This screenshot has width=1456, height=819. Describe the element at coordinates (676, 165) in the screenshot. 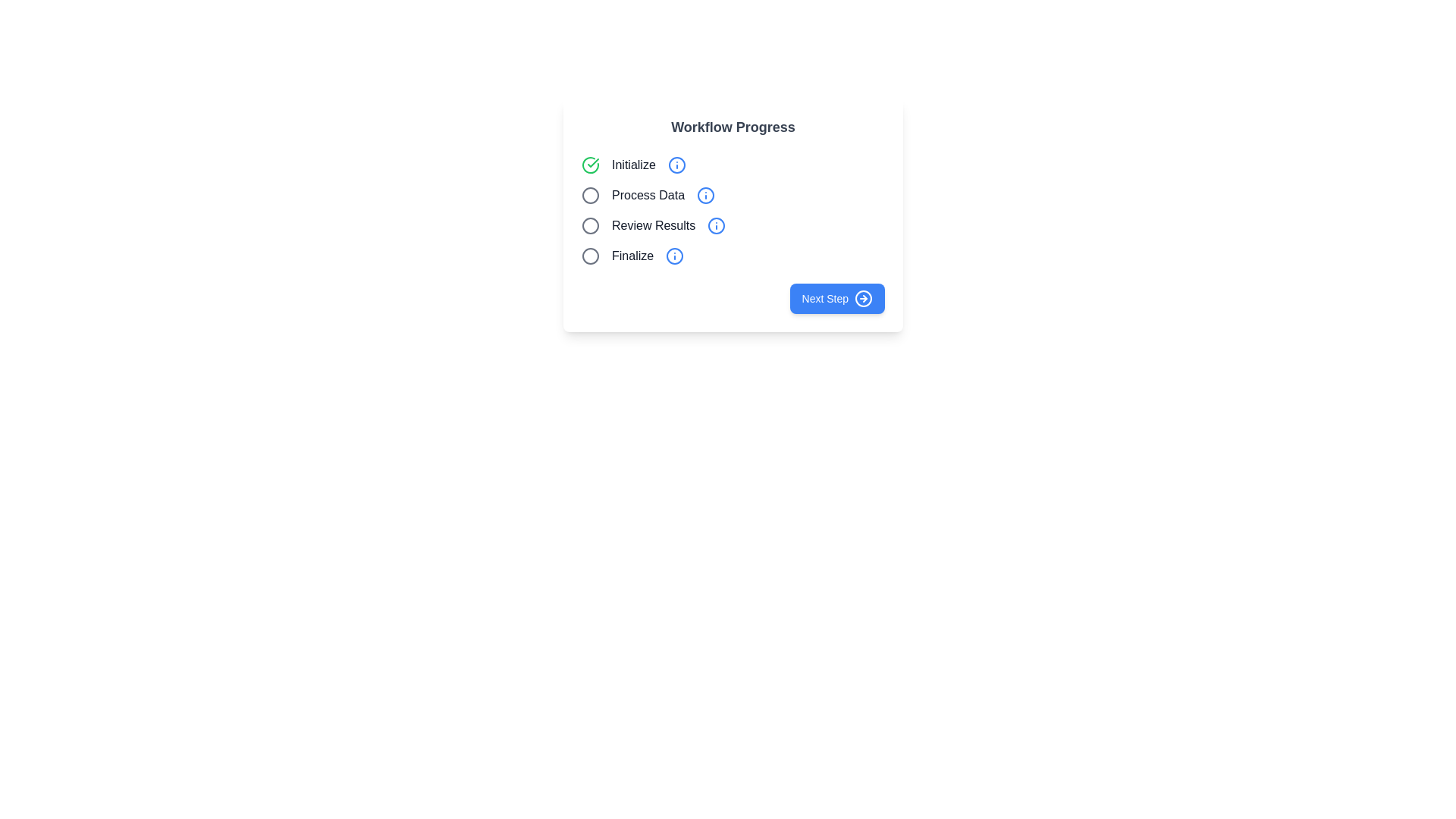

I see `the circular vector graphic element that represents the information symbol for the 'Initialize' workflow step in the icon adjacent to the 'Initialize' label` at that location.